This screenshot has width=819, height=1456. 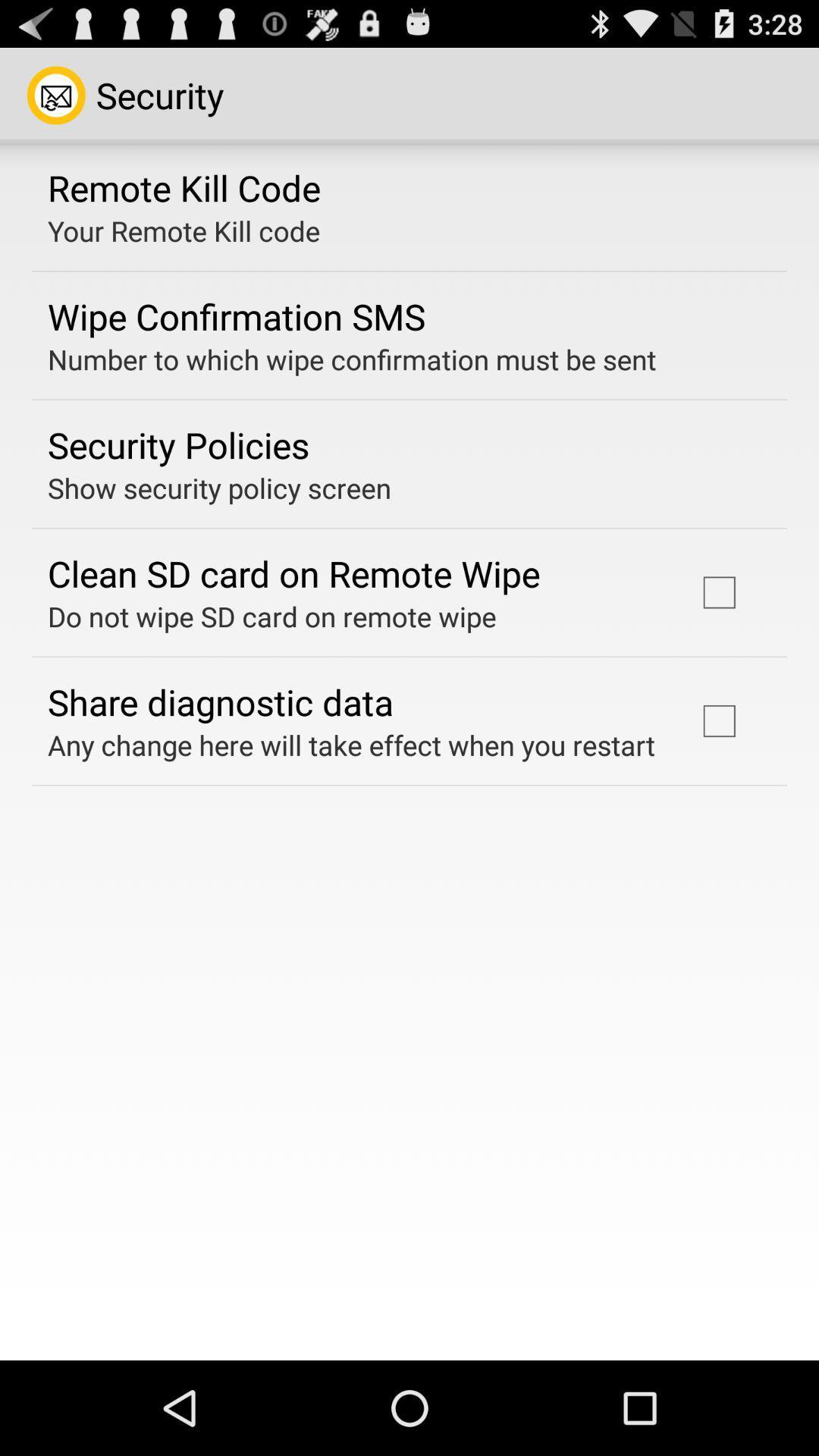 I want to click on the icon above the share diagnostic data, so click(x=271, y=616).